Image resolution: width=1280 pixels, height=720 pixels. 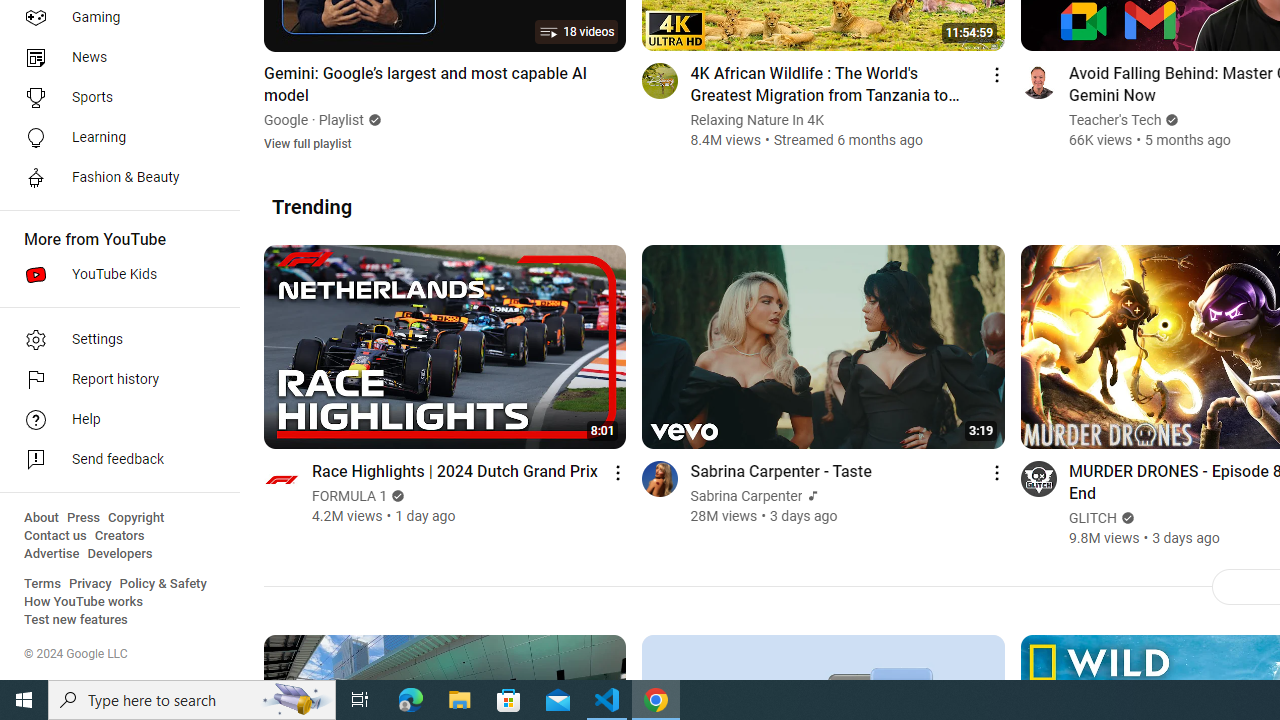 I want to click on 'Contact us', so click(x=55, y=535).